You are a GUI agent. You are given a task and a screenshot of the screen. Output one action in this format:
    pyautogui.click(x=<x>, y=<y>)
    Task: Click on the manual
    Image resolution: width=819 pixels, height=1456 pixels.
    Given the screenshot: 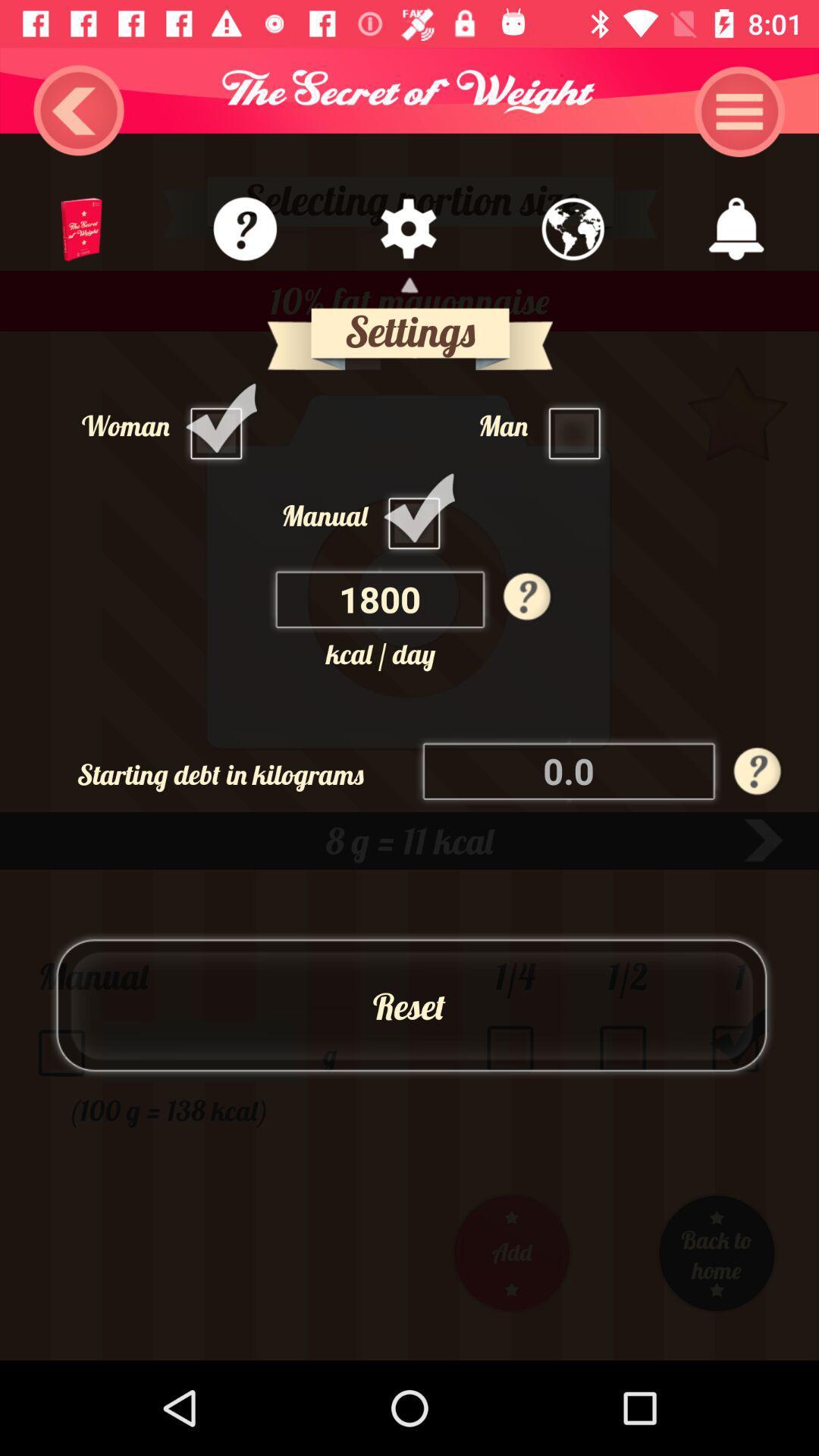 What is the action you would take?
    pyautogui.click(x=418, y=515)
    